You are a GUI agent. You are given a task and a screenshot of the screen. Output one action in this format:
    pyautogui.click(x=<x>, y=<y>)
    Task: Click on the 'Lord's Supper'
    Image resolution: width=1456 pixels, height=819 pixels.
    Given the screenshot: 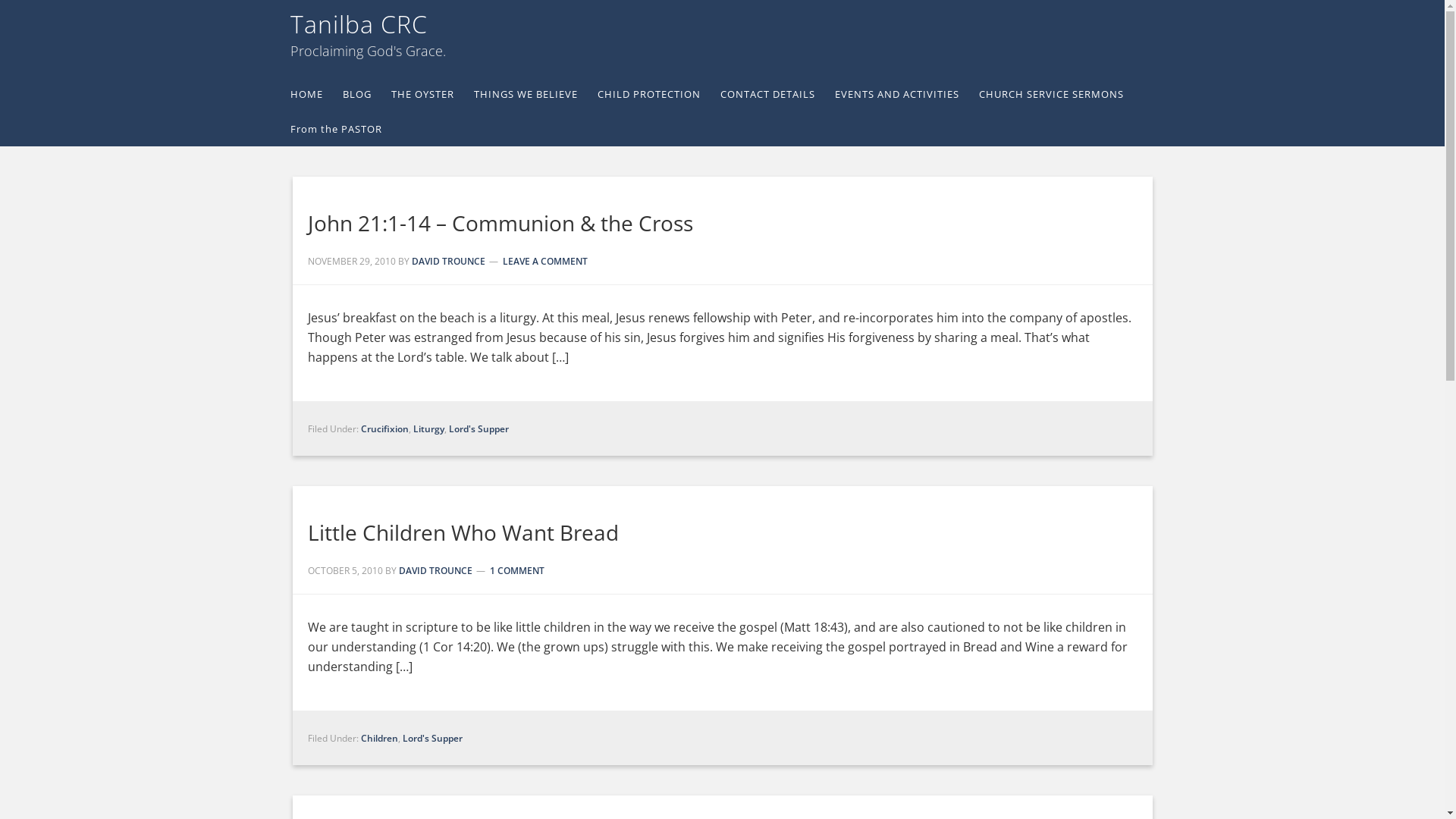 What is the action you would take?
    pyautogui.click(x=478, y=428)
    